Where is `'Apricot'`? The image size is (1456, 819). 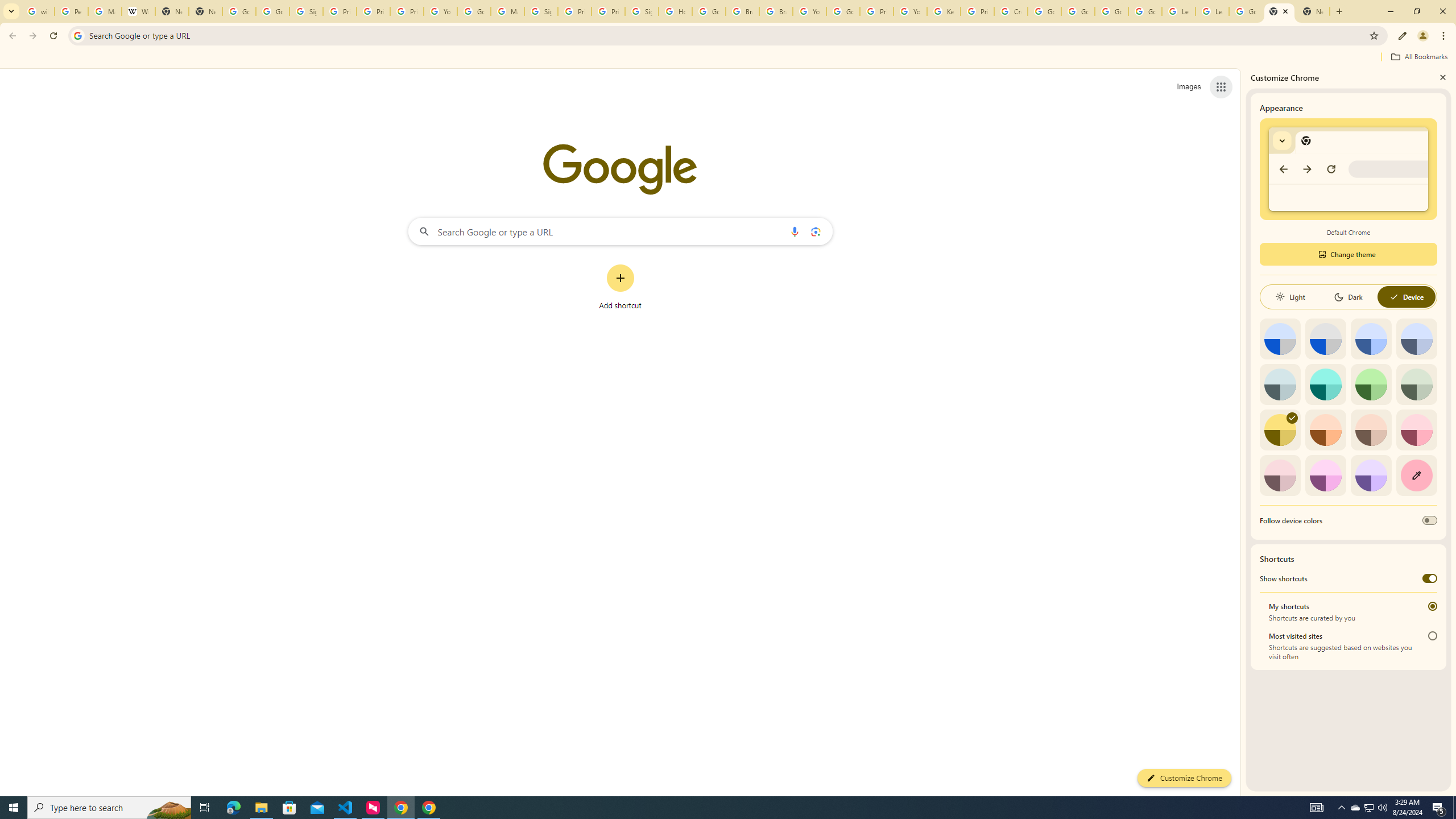
'Apricot' is located at coordinates (1371, 429).